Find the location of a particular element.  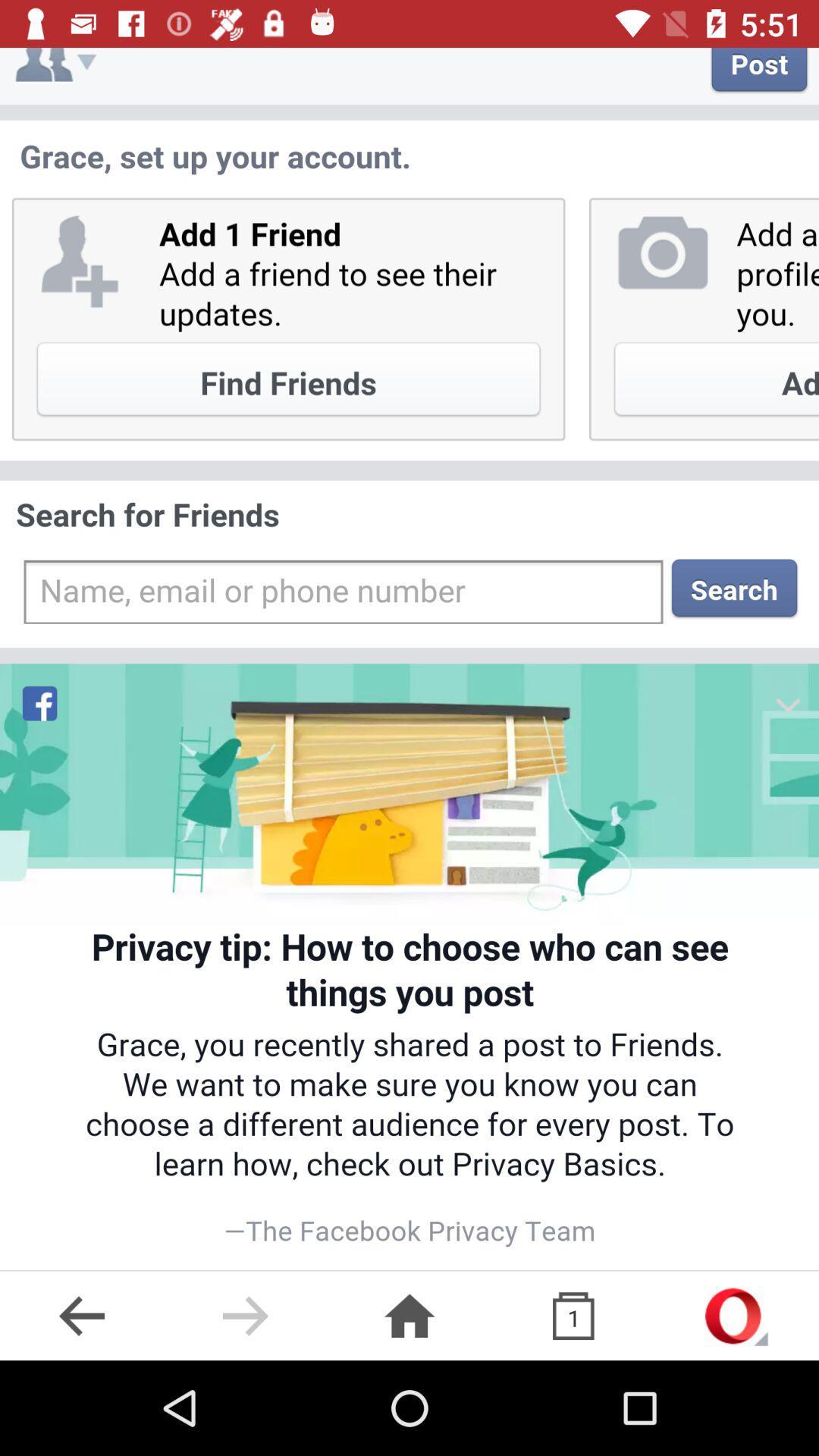

the arrow_backward icon is located at coordinates (82, 1315).